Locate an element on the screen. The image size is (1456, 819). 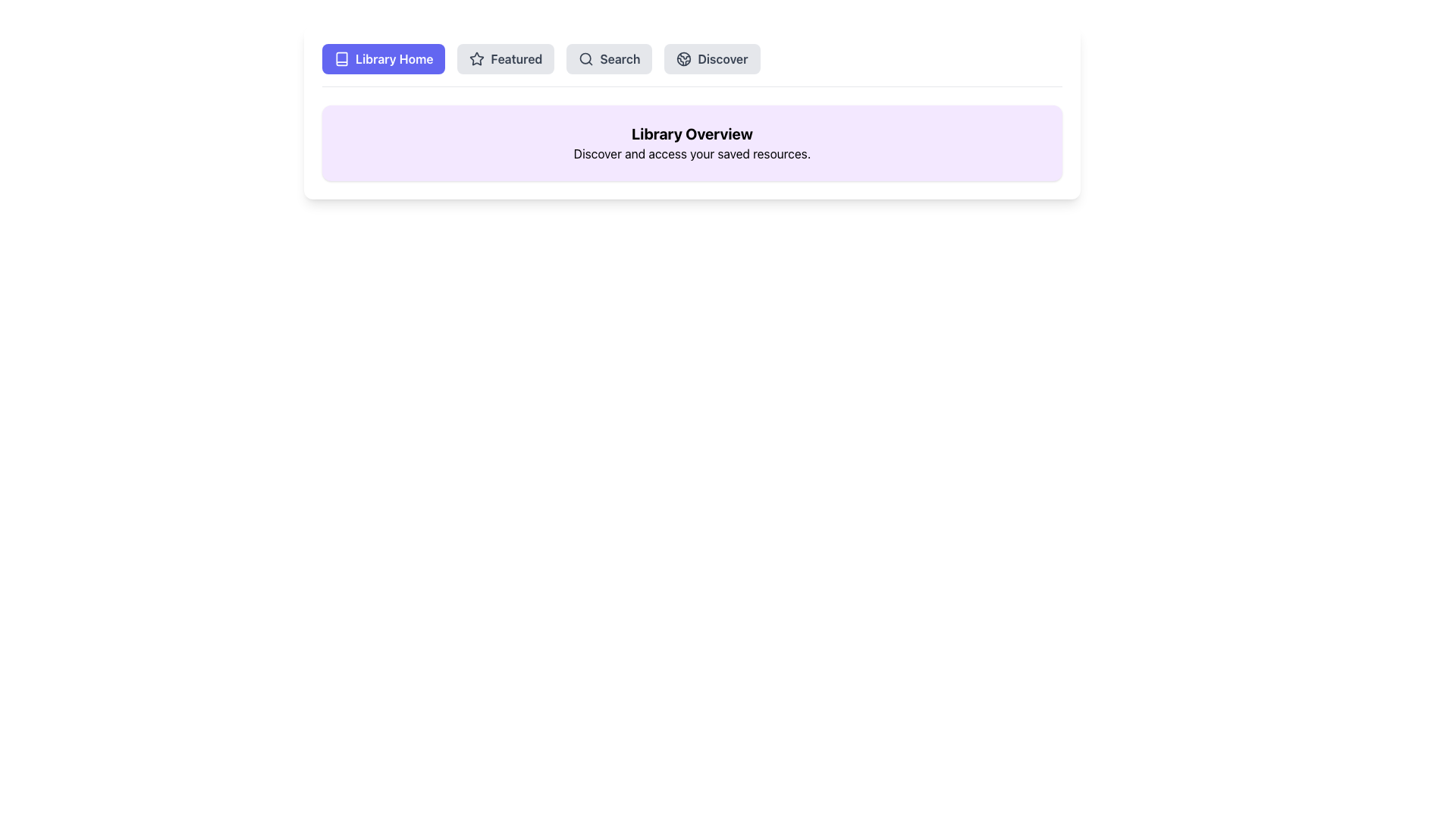
the central circle of the SVG icon in the header section, which is the third icon in a sequence of four icons, assisting in visual identification for search functionality is located at coordinates (585, 58).